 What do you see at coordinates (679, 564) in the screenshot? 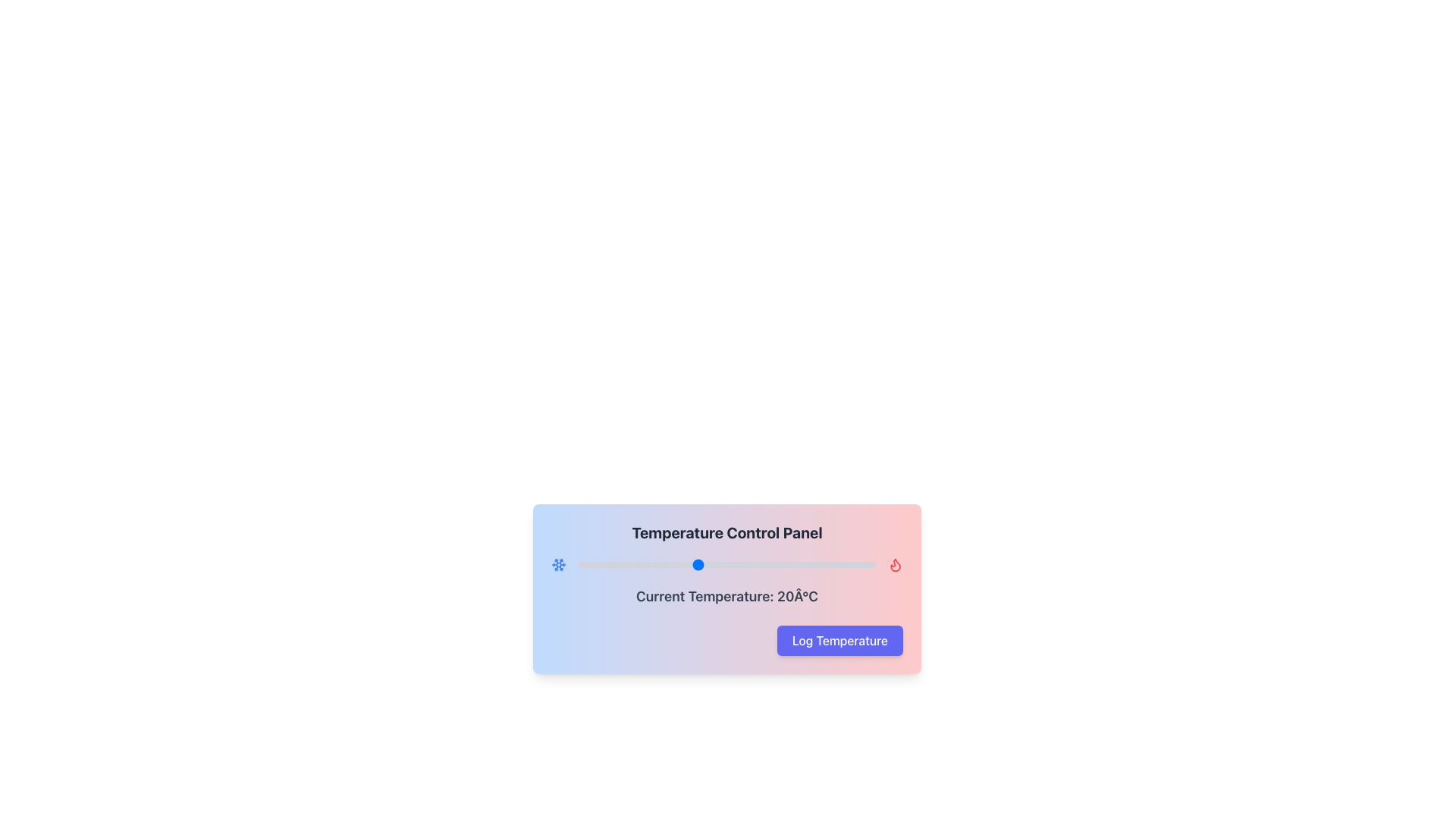
I see `the temperature slider` at bounding box center [679, 564].